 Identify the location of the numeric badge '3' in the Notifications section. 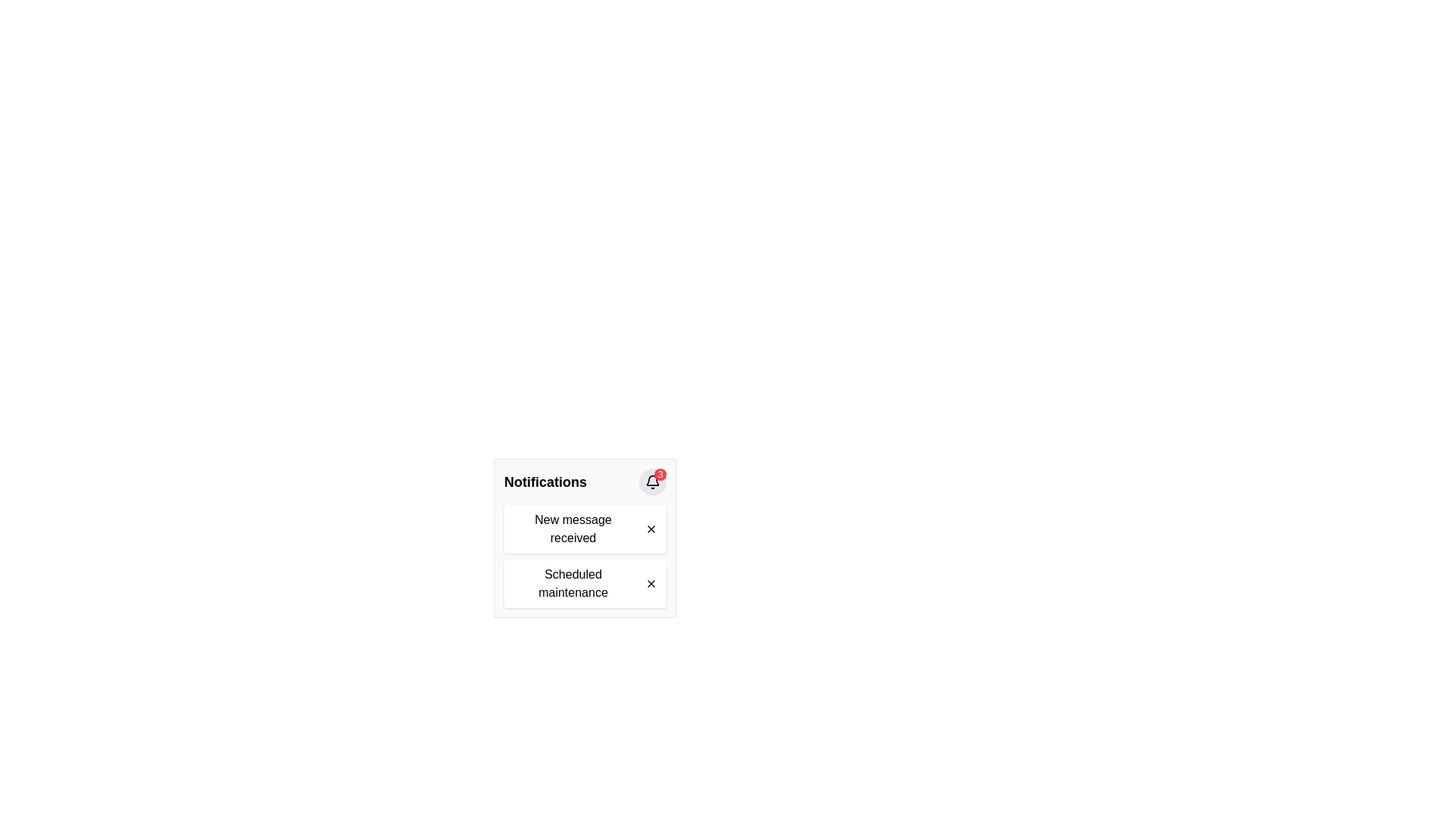
(585, 482).